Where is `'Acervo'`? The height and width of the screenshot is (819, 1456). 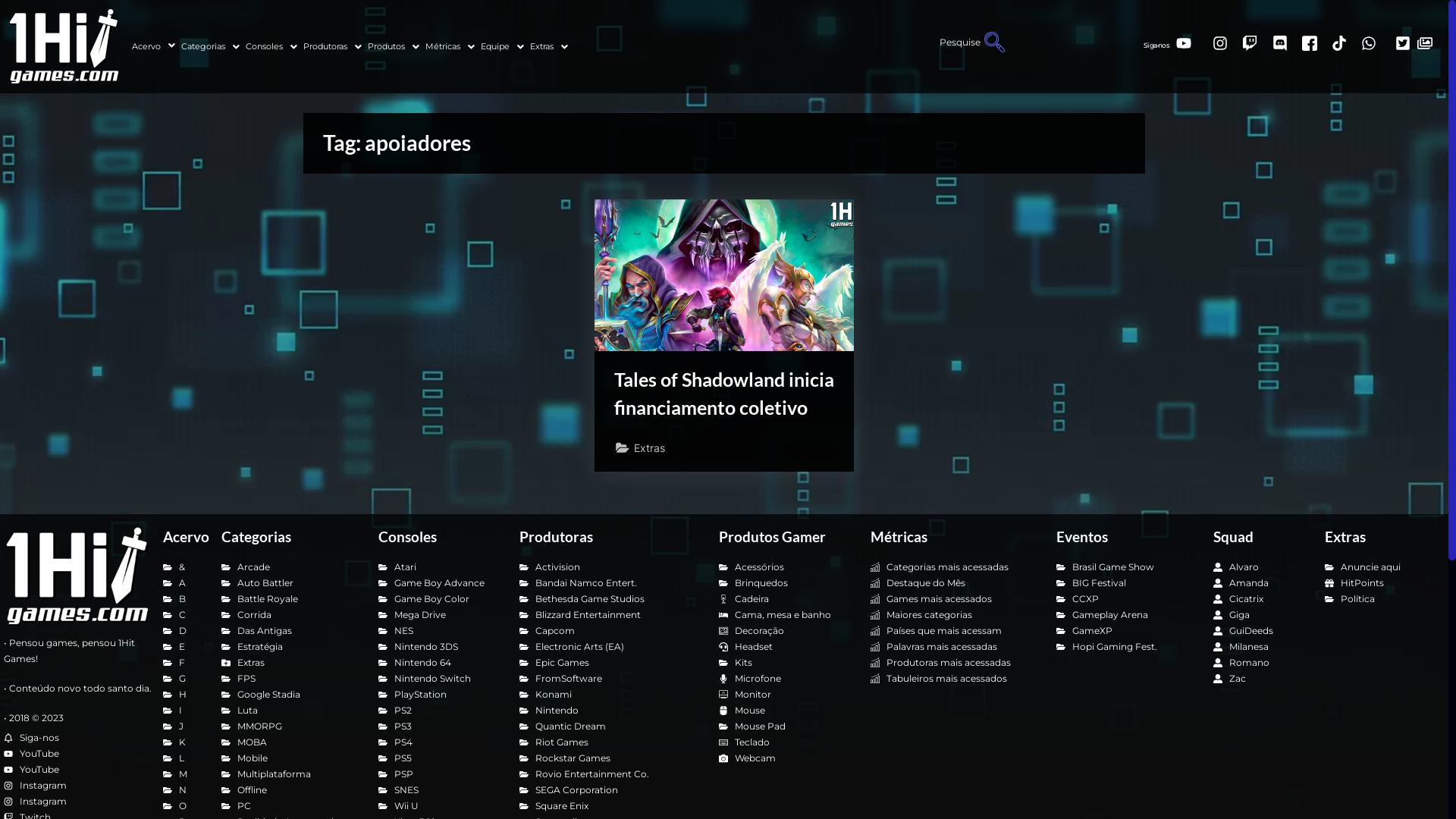
'Acervo' is located at coordinates (185, 535).